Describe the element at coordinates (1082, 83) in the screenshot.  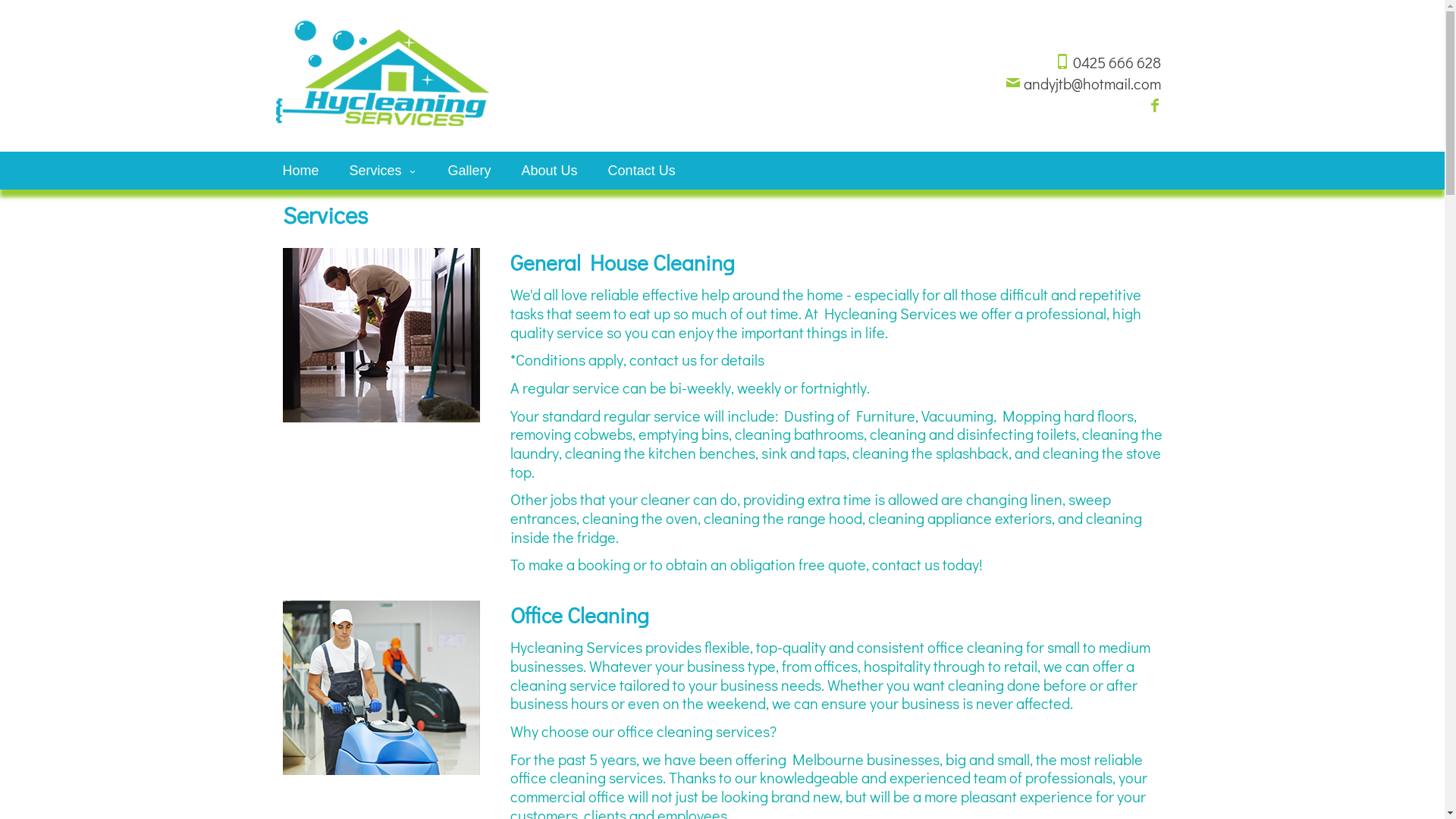
I see `'andyjtb@hotmail.com'` at that location.